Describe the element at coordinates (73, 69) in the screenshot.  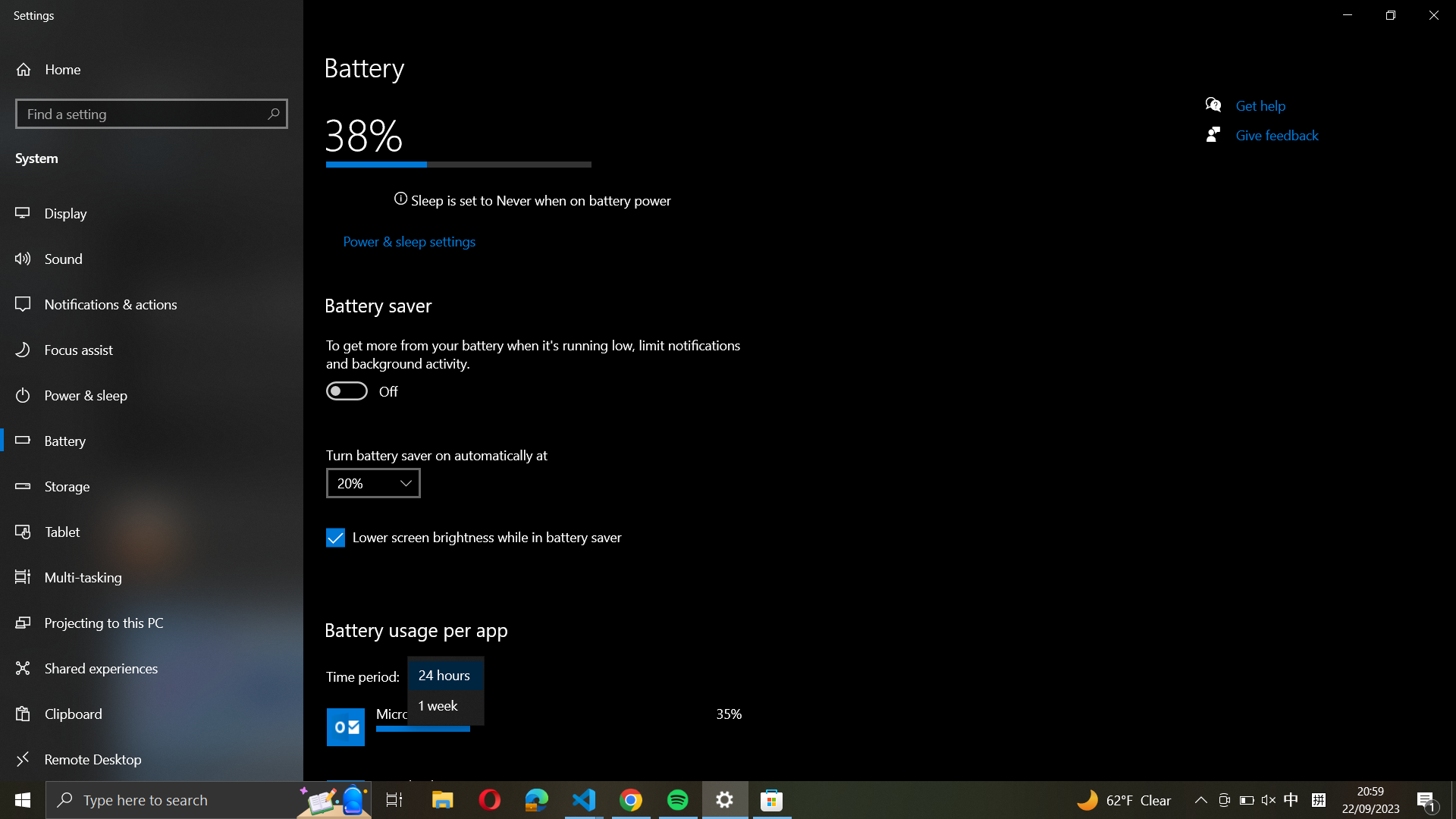
I see `Home from the navigation panel on the left` at that location.